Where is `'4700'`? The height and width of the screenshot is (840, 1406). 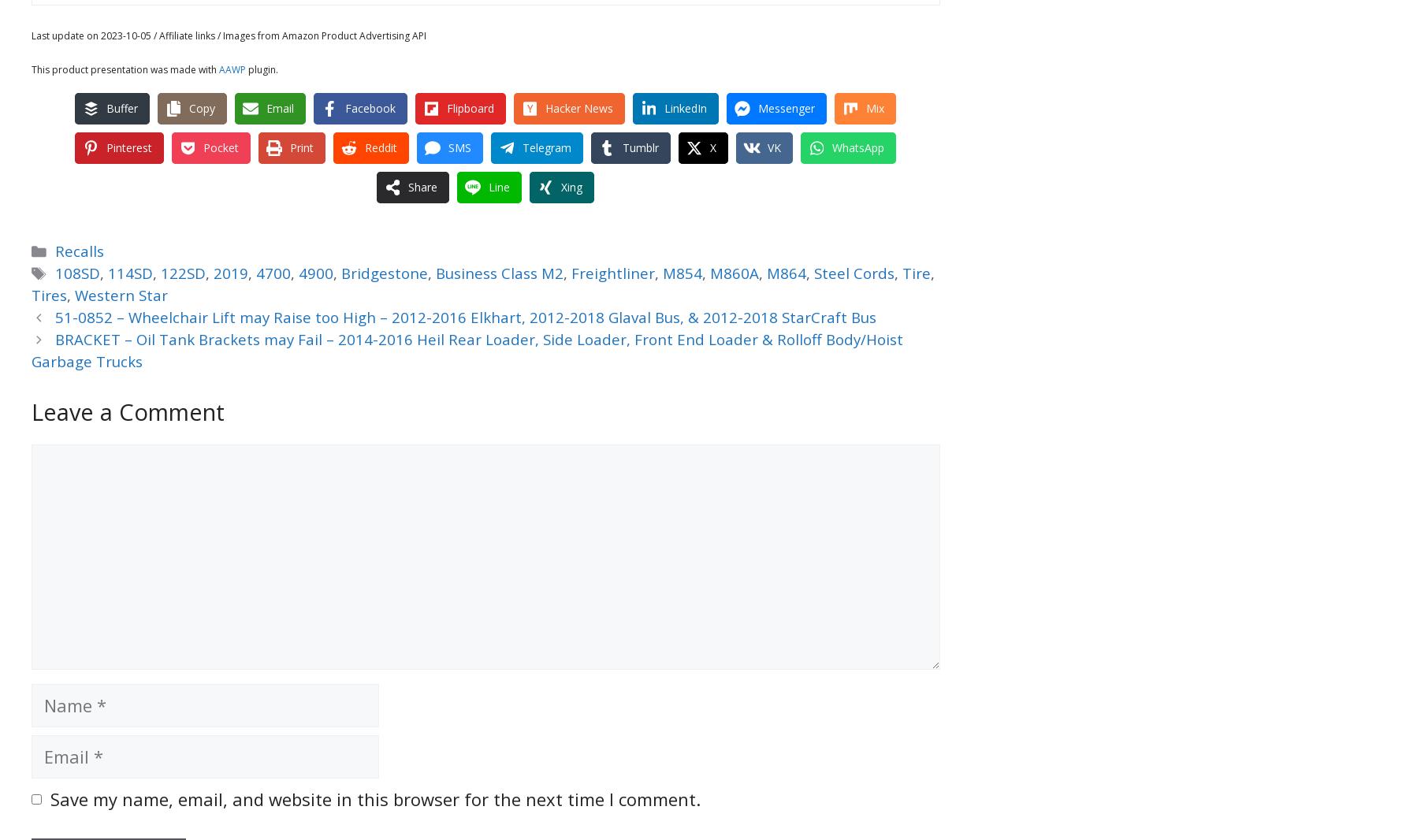
'4700' is located at coordinates (271, 273).